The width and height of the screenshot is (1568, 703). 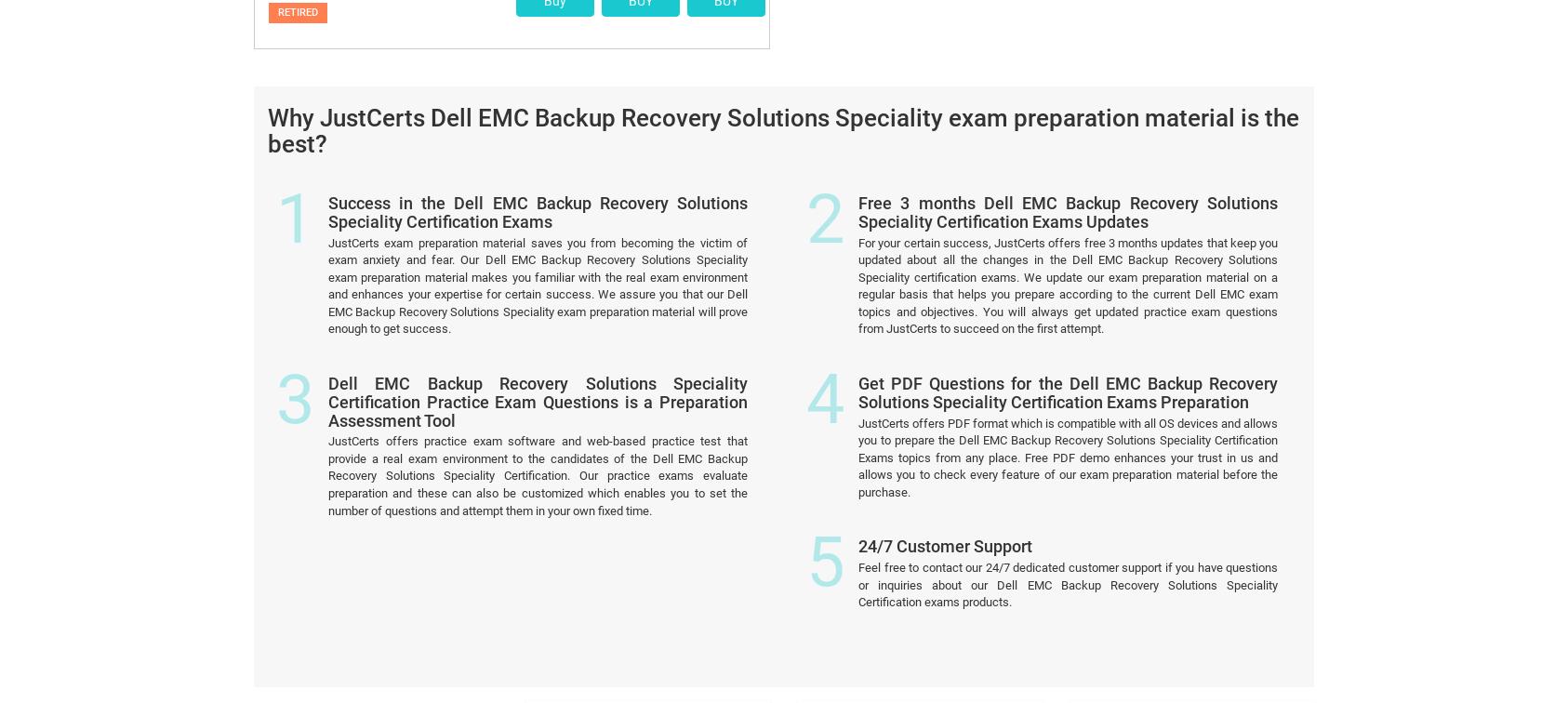 What do you see at coordinates (1189, 526) in the screenshot?
I see `'Netskope Certified Cloud Security Integrator'` at bounding box center [1189, 526].